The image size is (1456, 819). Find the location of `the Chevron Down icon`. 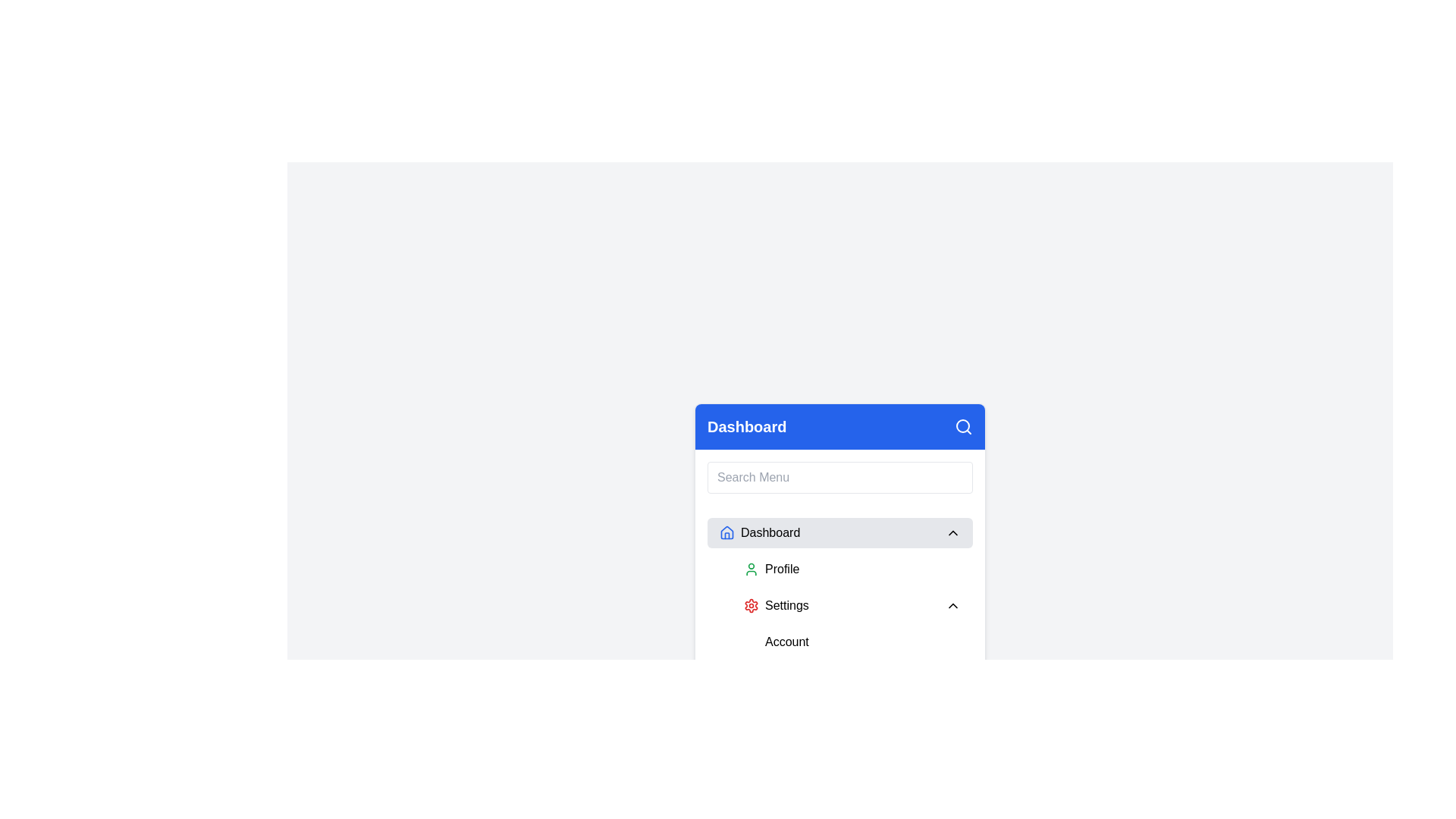

the Chevron Down icon is located at coordinates (952, 532).